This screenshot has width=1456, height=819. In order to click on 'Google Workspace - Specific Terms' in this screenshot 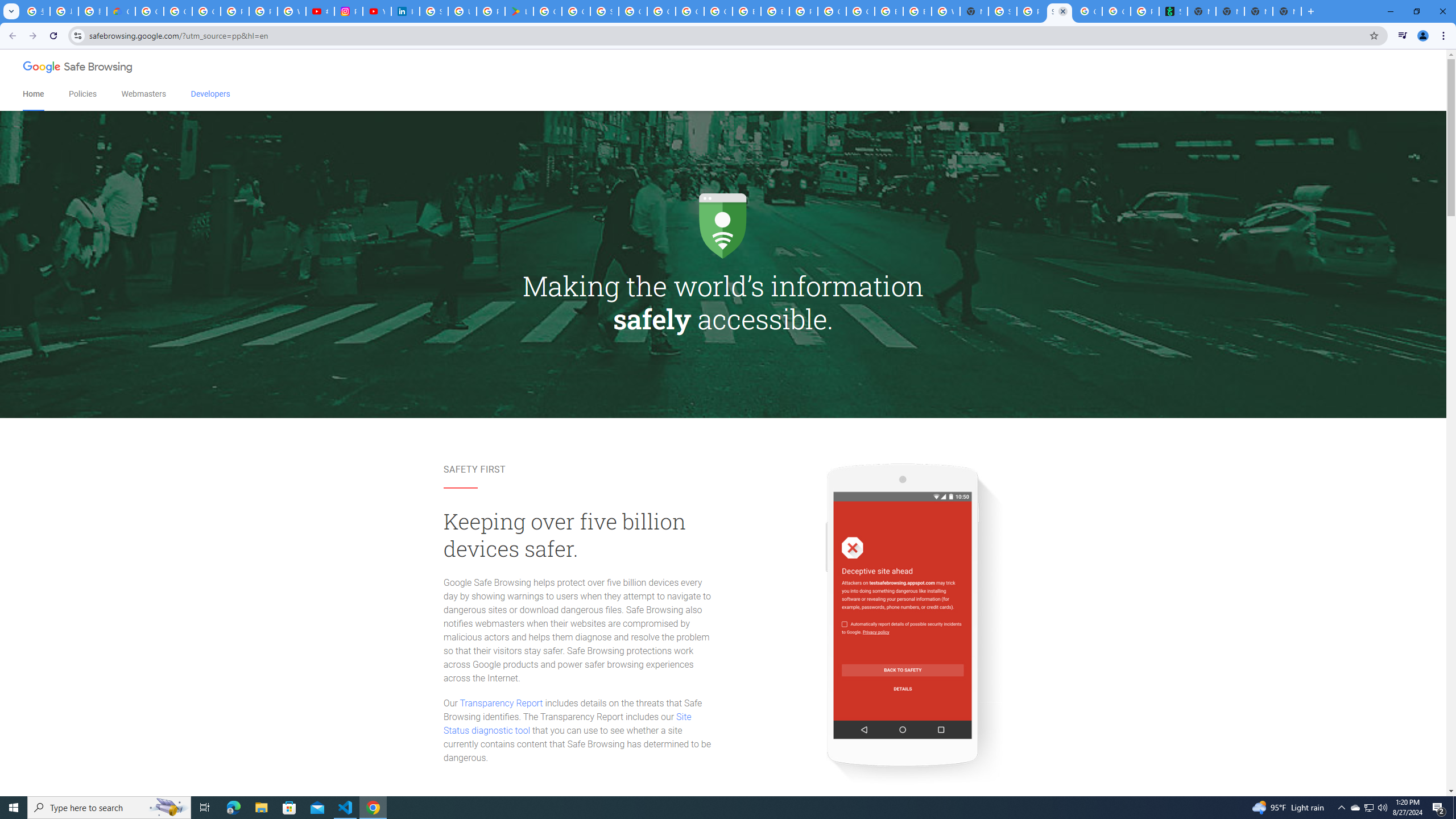, I will do `click(575, 11)`.